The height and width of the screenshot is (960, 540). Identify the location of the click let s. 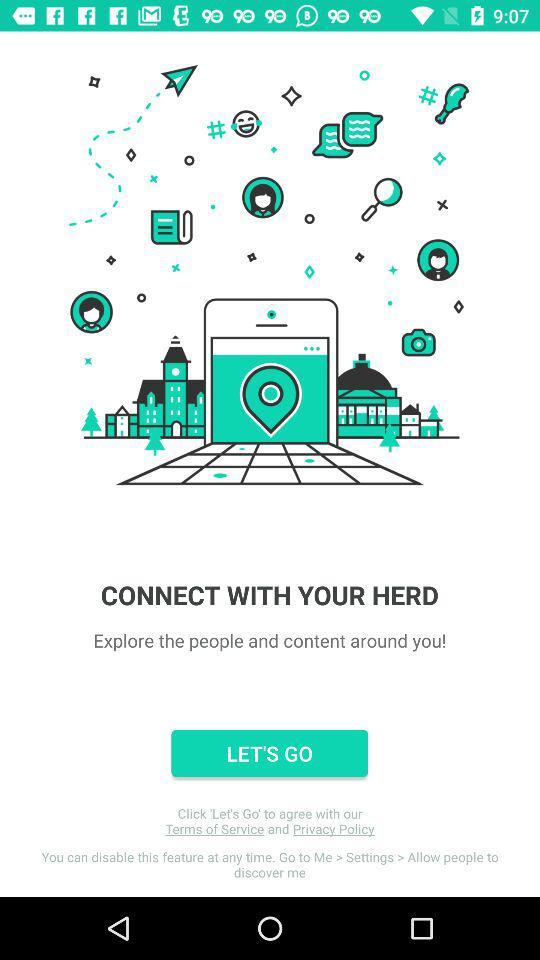
(270, 821).